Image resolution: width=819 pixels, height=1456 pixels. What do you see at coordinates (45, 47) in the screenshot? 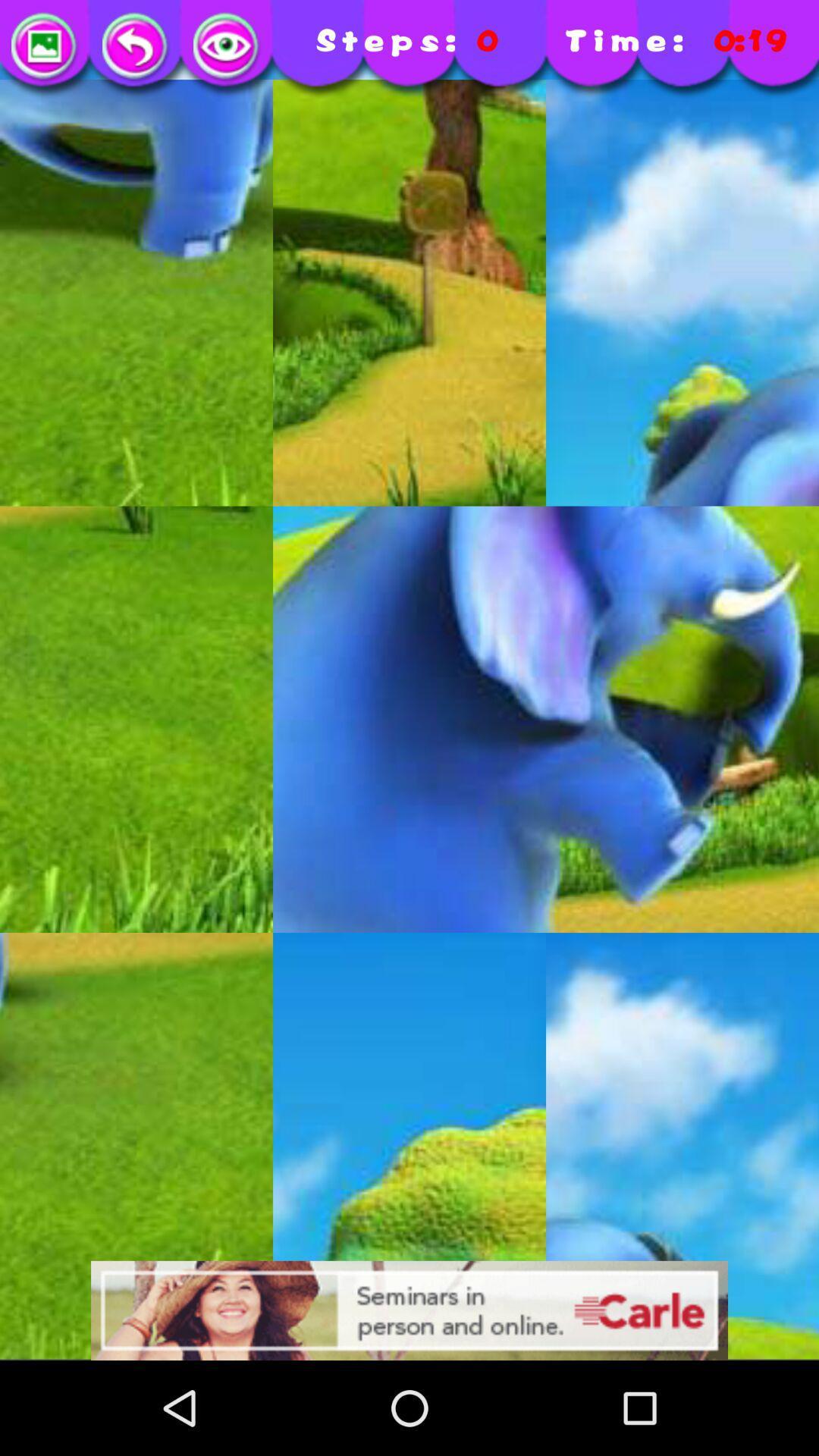
I see `the wallpaper icon` at bounding box center [45, 47].